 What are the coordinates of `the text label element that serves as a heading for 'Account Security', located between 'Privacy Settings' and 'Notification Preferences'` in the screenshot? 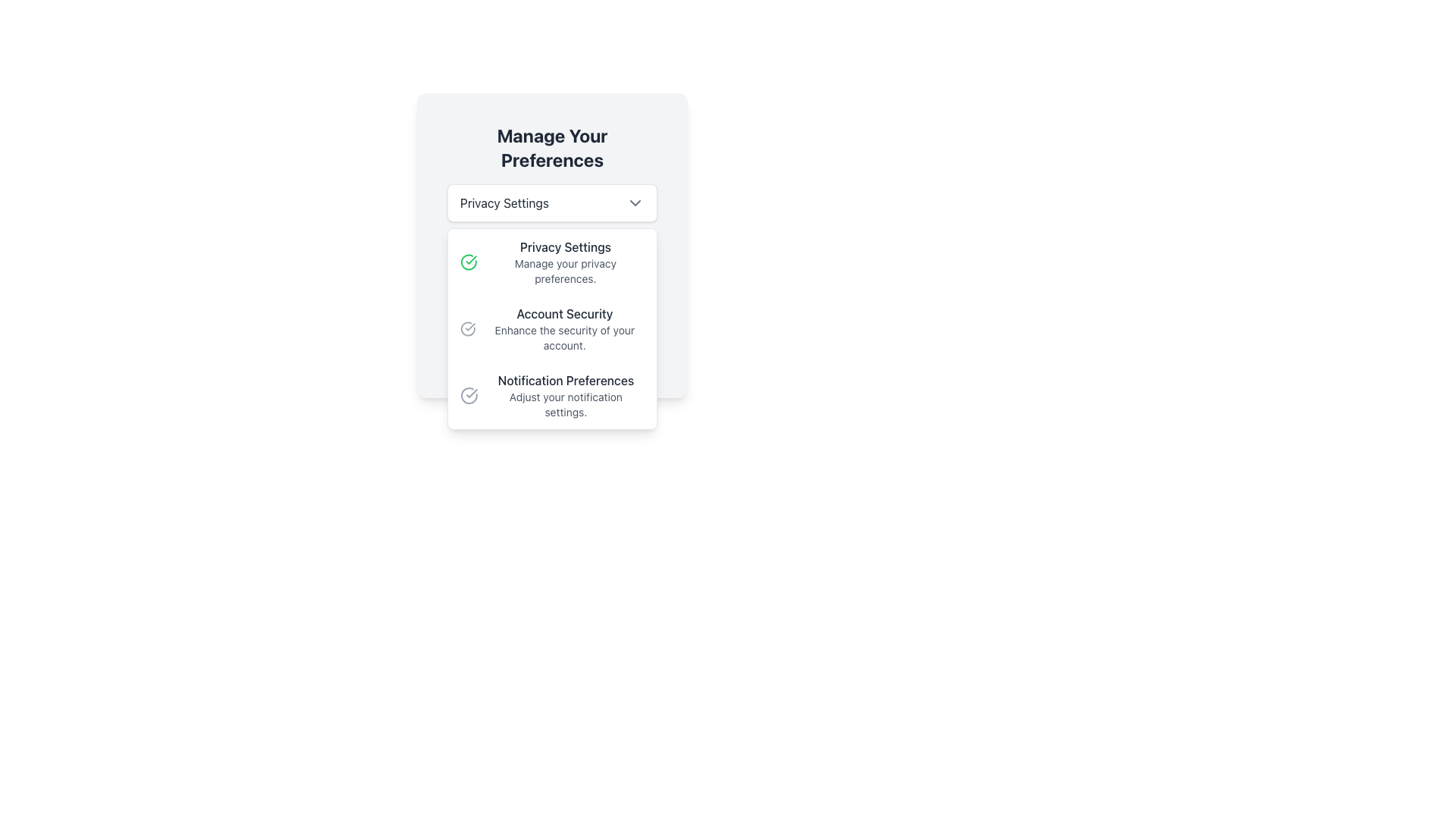 It's located at (563, 312).